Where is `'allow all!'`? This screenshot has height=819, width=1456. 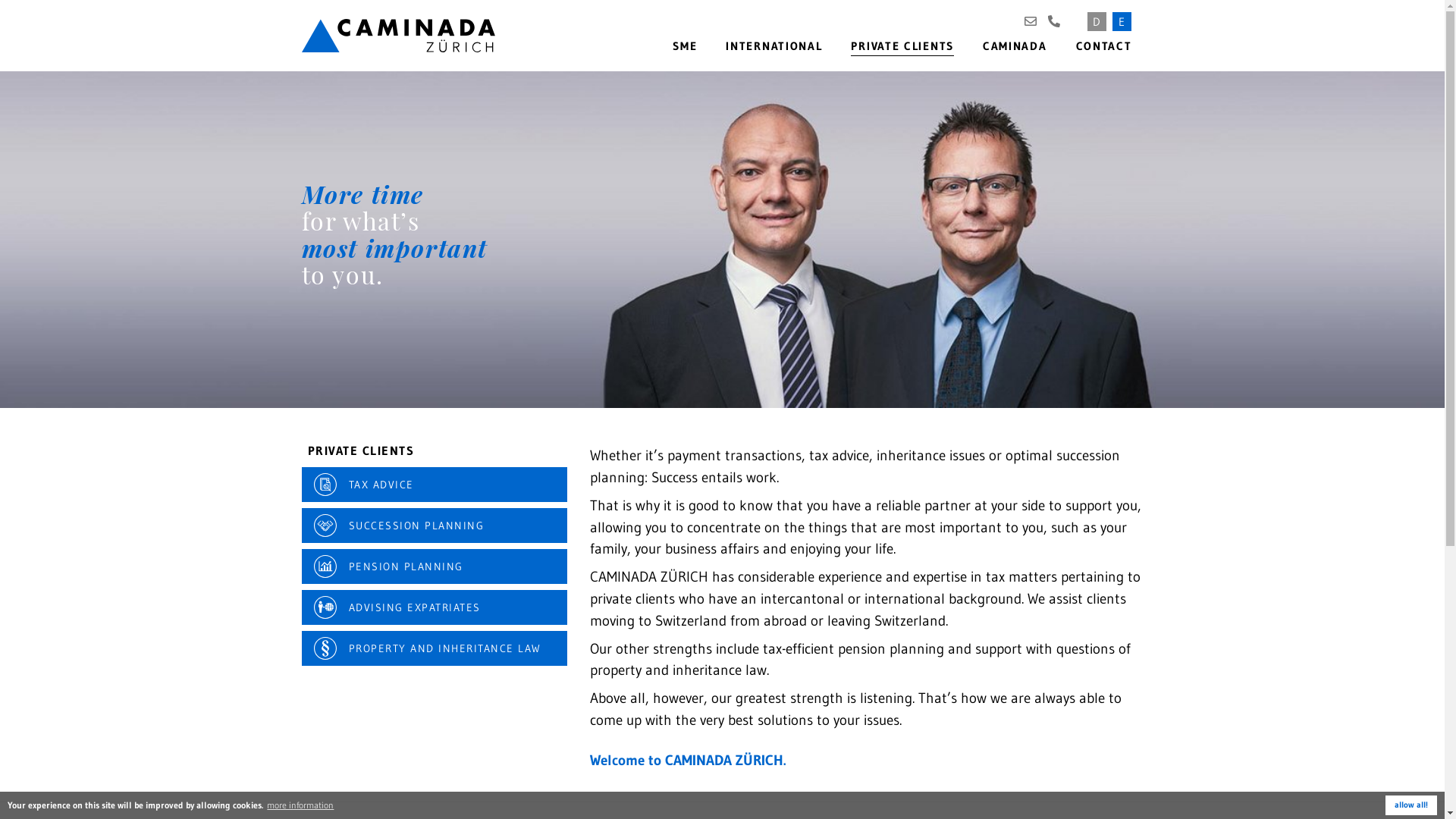 'allow all!' is located at coordinates (1410, 804).